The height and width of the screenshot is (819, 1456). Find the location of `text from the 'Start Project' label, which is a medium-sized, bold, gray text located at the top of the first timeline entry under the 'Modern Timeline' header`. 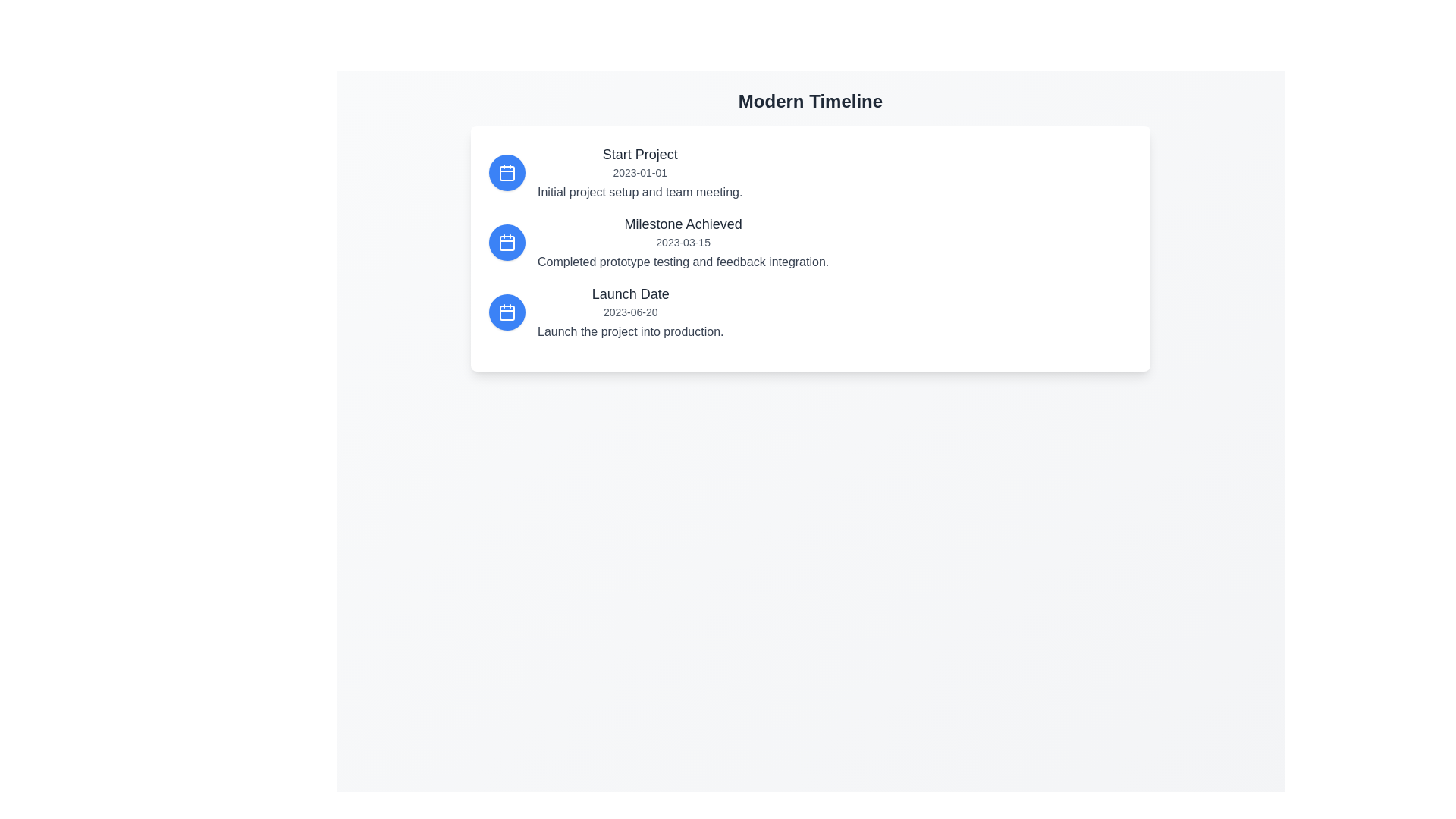

text from the 'Start Project' label, which is a medium-sized, bold, gray text located at the top of the first timeline entry under the 'Modern Timeline' header is located at coordinates (640, 155).